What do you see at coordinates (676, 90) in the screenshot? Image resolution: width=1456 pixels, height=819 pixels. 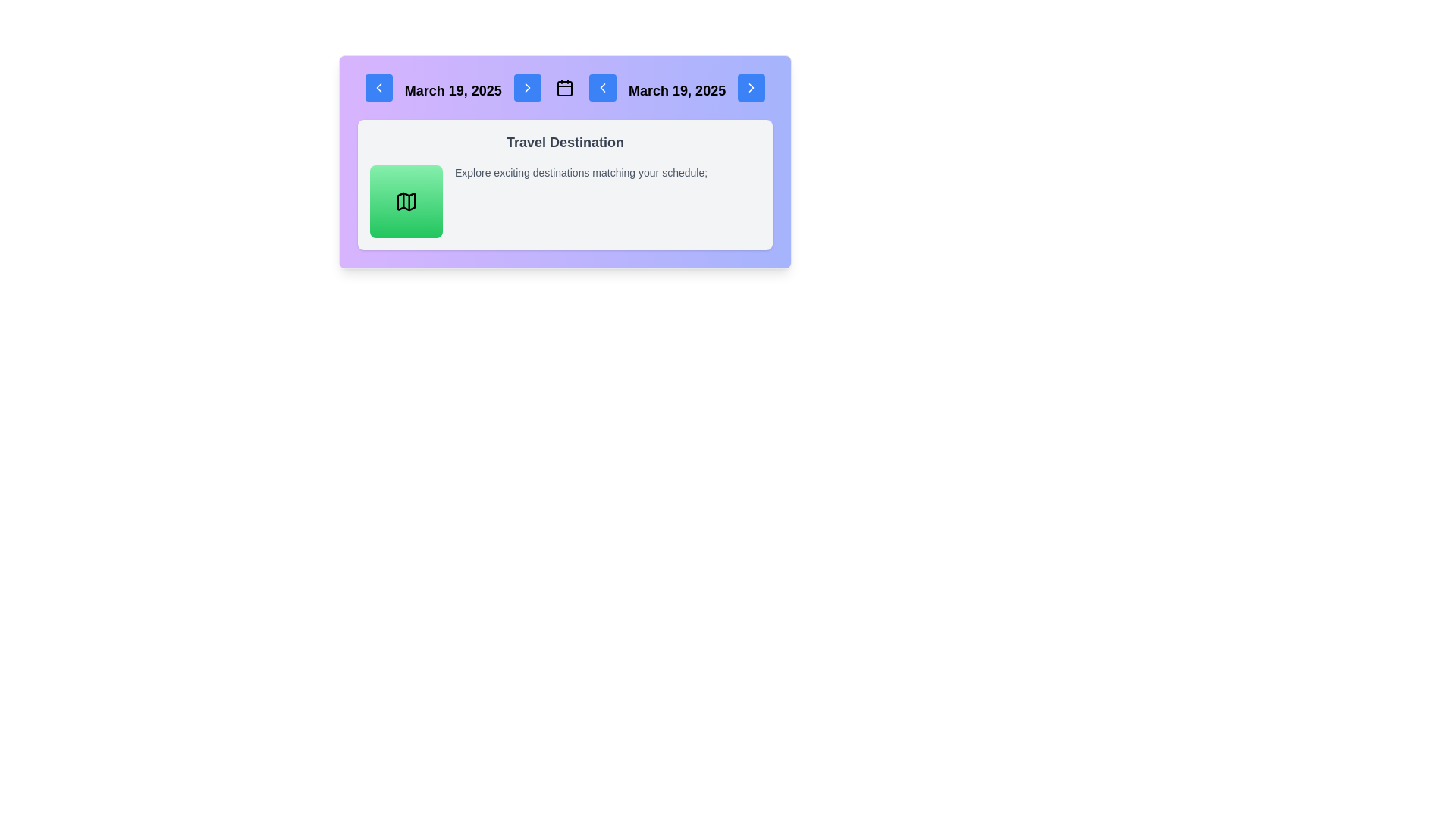 I see `the static text display that shows the currently selected date, located in the header section between two arrow icon buttons` at bounding box center [676, 90].